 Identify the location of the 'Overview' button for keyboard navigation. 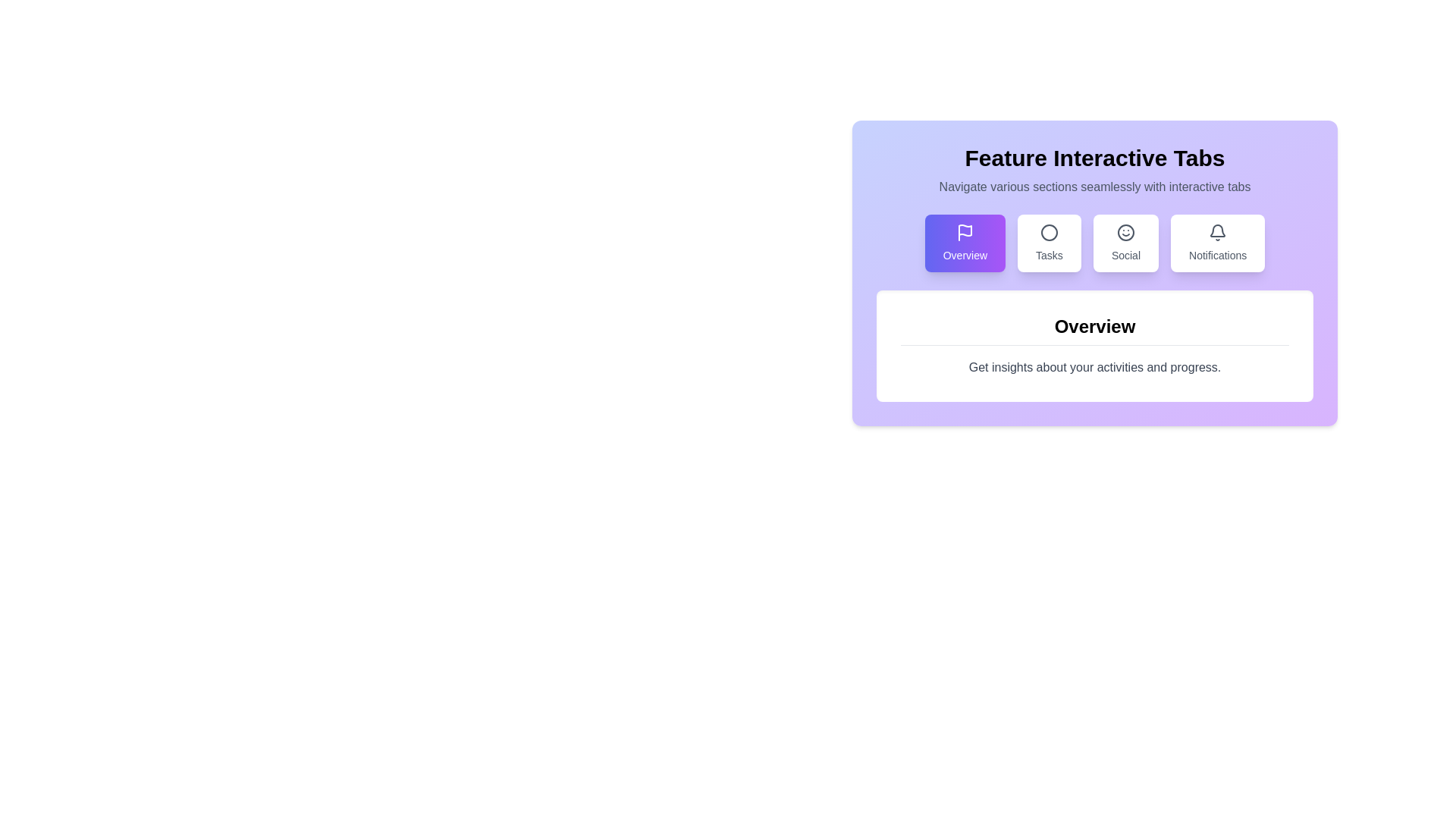
(964, 242).